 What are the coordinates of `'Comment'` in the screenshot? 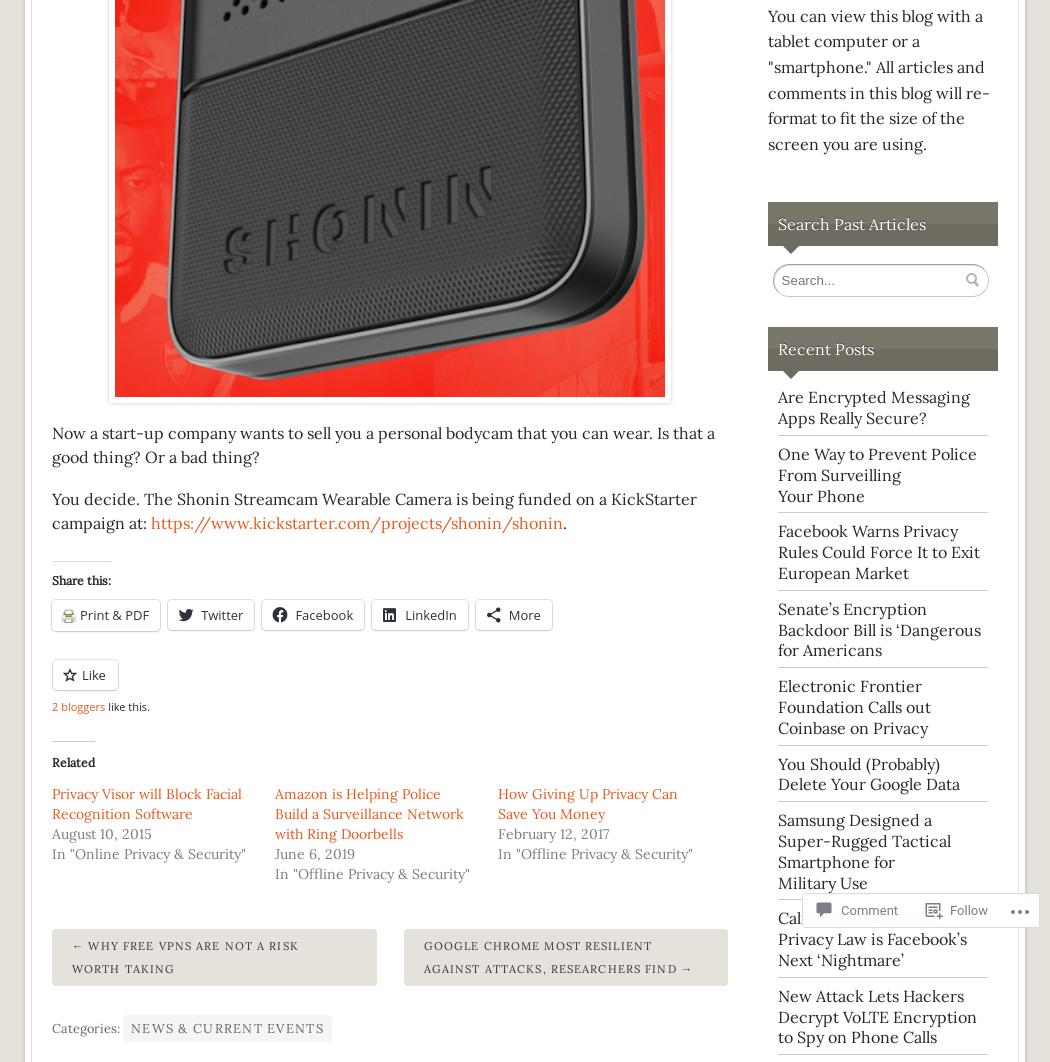 It's located at (841, 909).